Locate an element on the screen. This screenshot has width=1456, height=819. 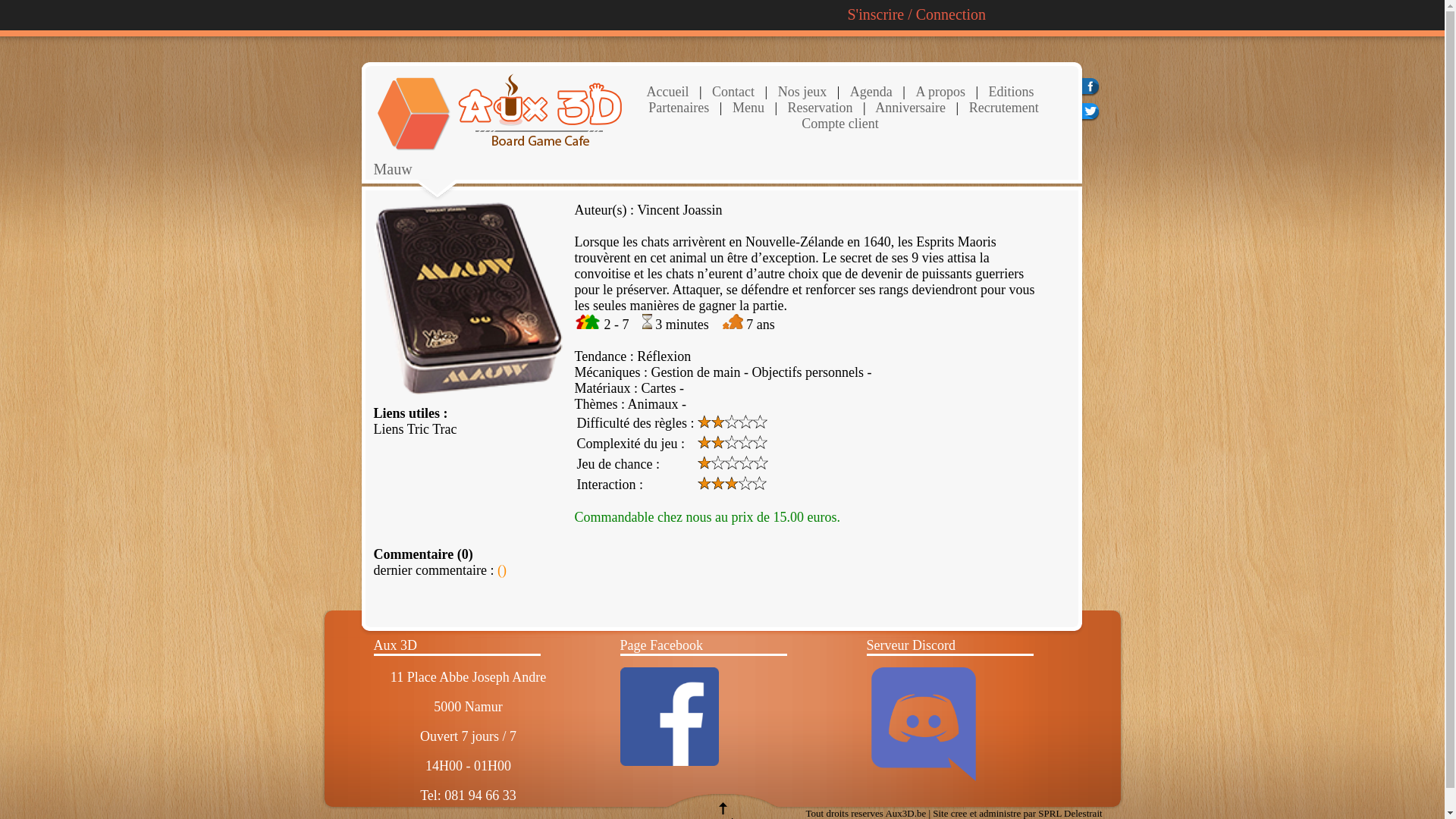
'Editions' is located at coordinates (989, 91).